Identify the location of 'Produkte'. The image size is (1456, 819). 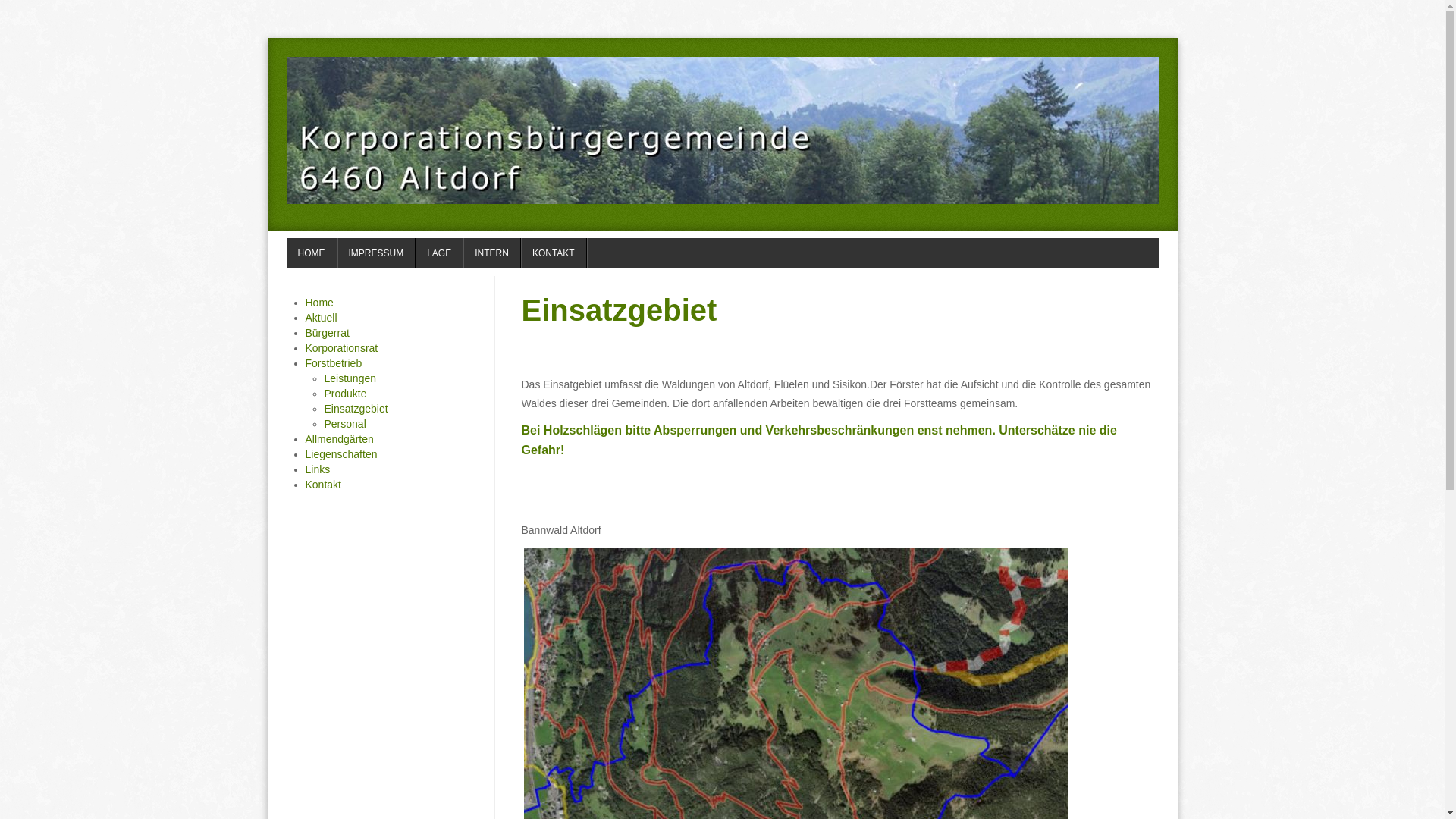
(323, 393).